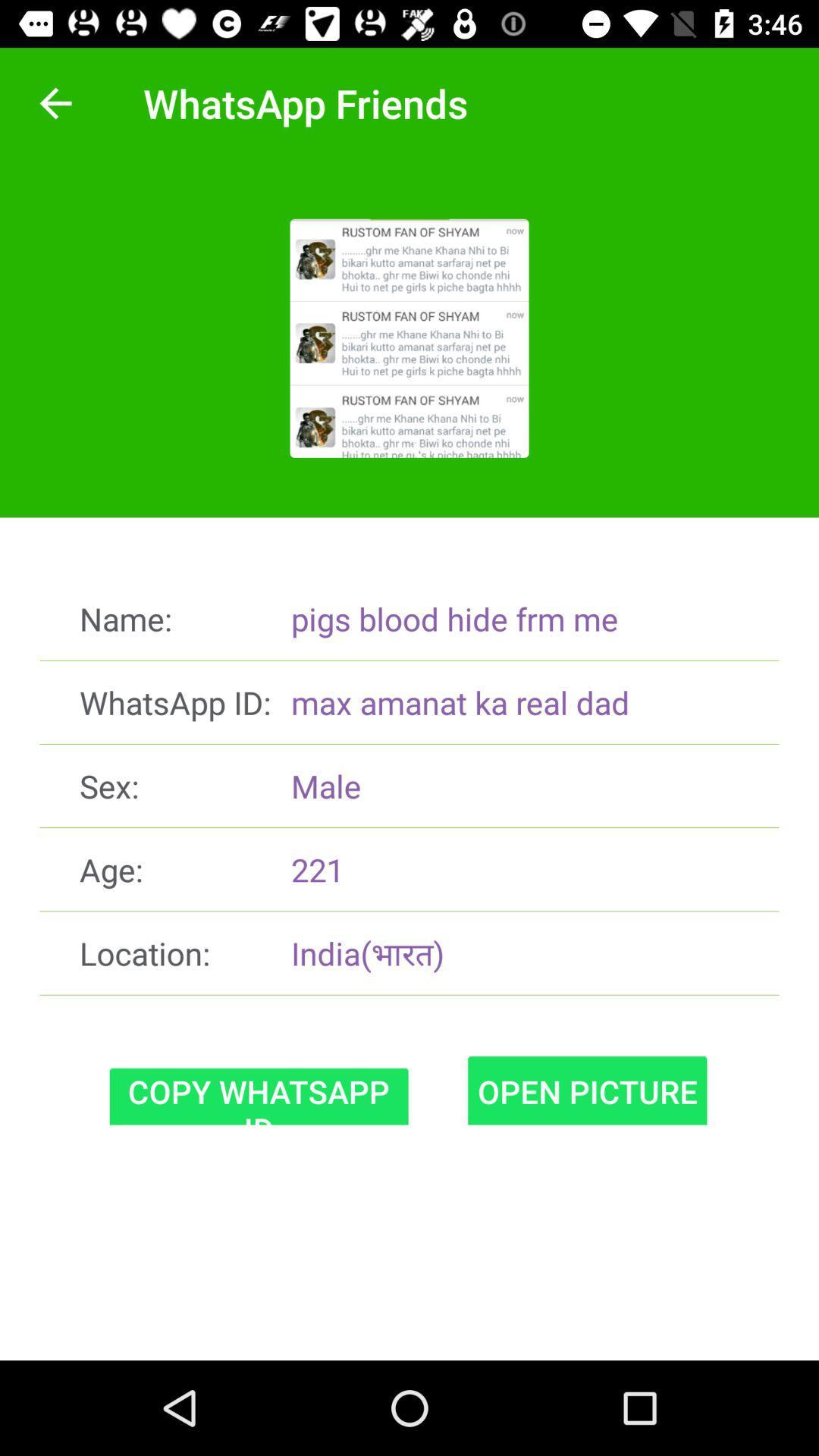 Image resolution: width=819 pixels, height=1456 pixels. I want to click on icon above name: item, so click(55, 102).